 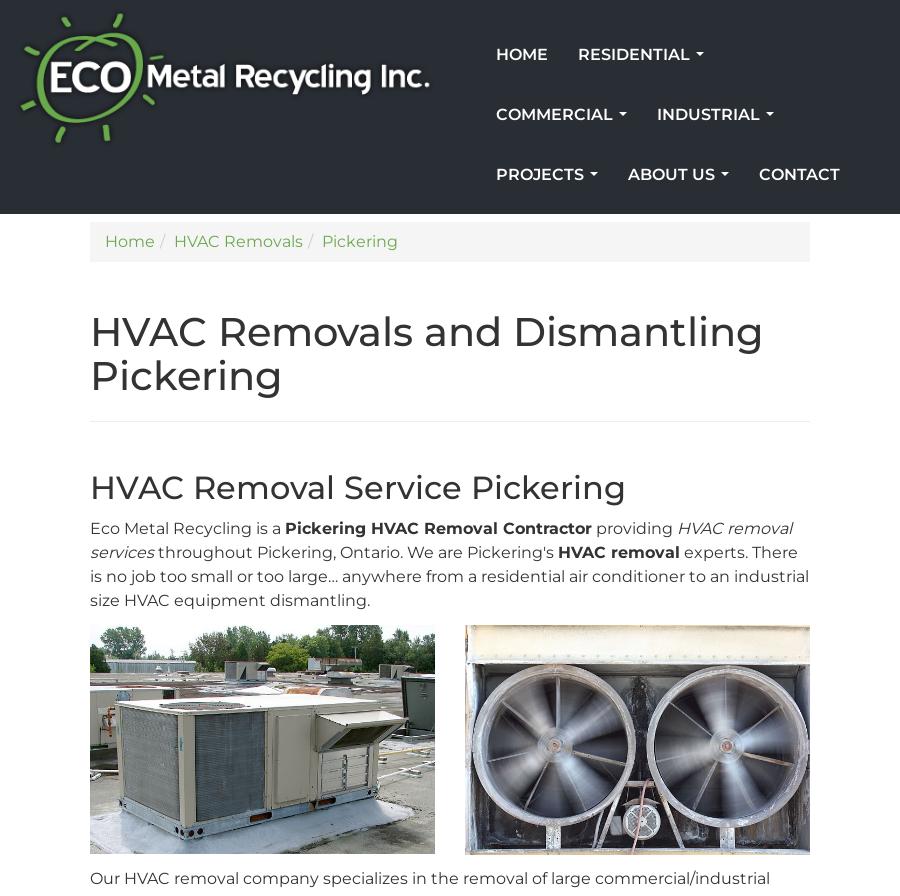 What do you see at coordinates (360, 241) in the screenshot?
I see `'Pickering'` at bounding box center [360, 241].